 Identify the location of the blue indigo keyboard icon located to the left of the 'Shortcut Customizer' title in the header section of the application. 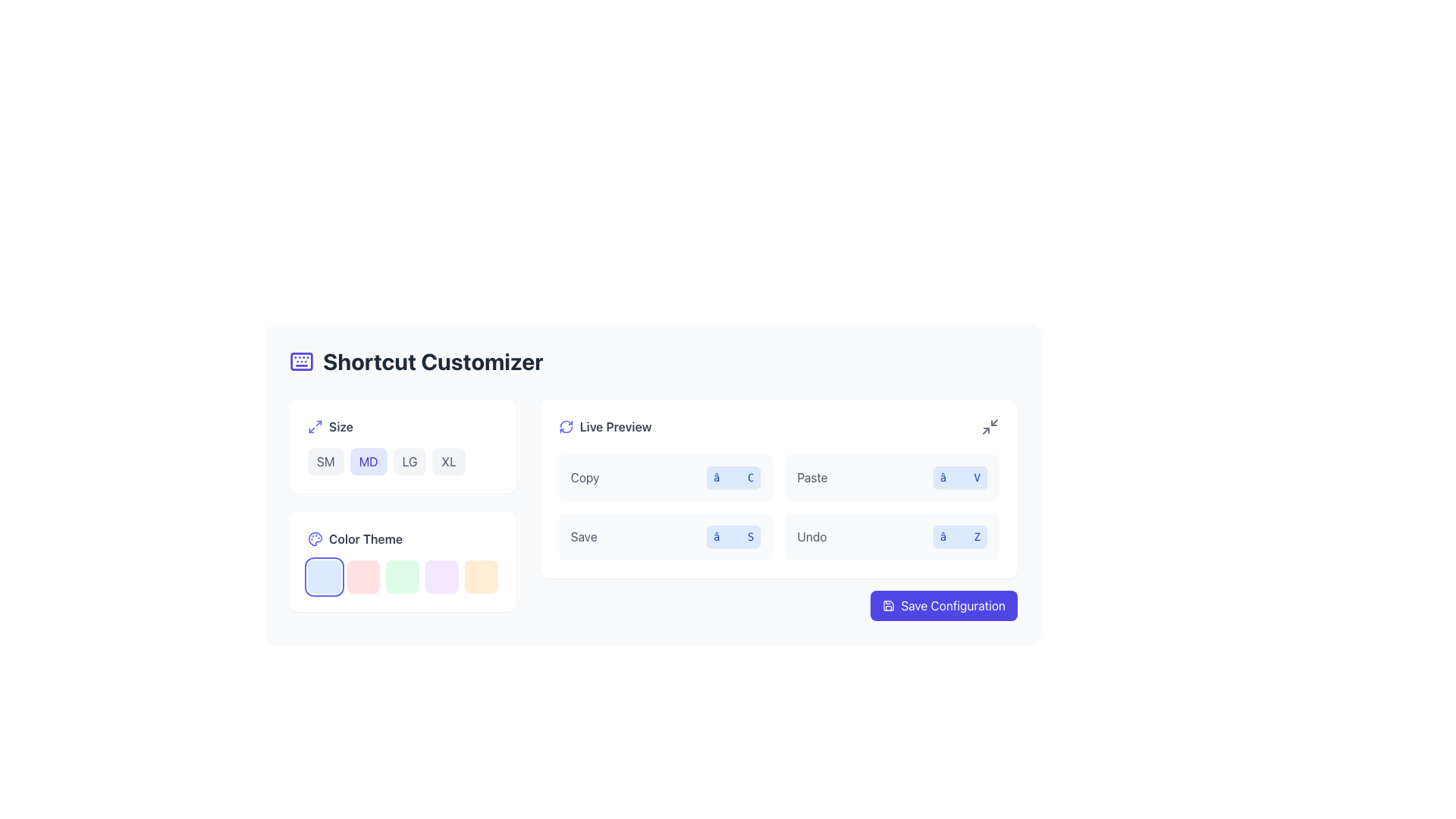
(302, 362).